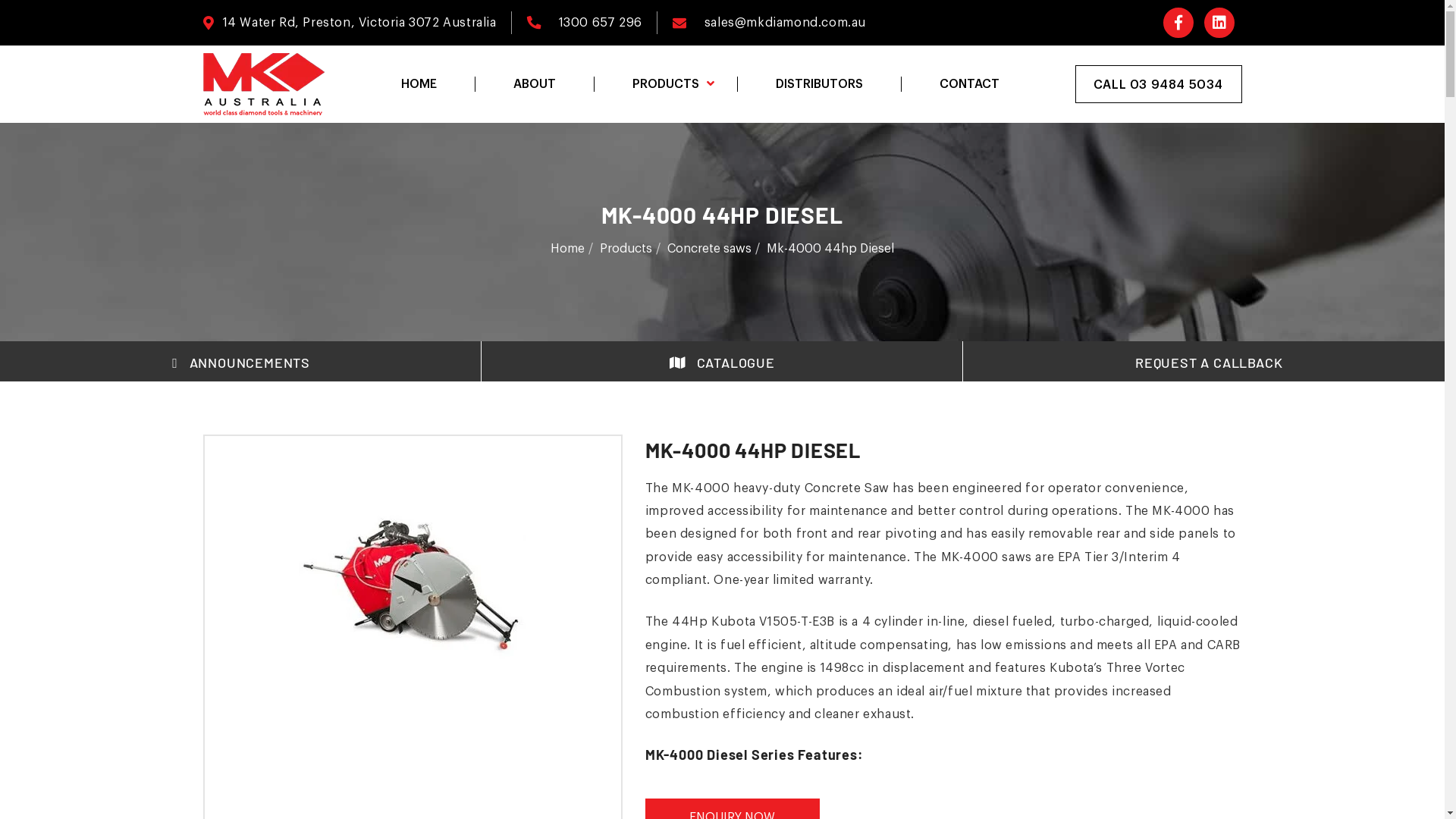 The width and height of the screenshot is (1456, 819). What do you see at coordinates (818, 84) in the screenshot?
I see `'DISTRIBUTORS'` at bounding box center [818, 84].